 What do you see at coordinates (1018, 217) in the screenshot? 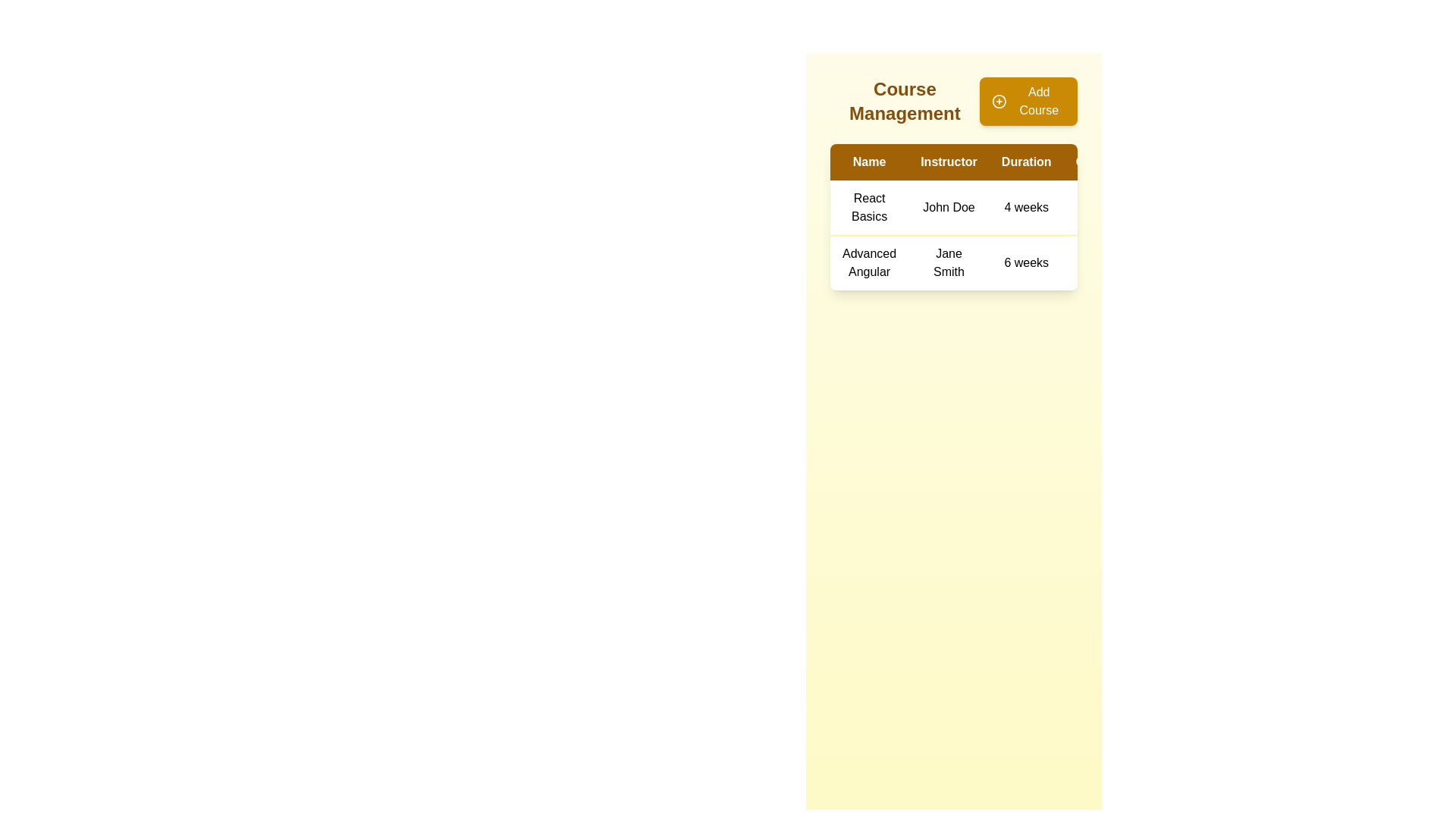
I see `contents of the first row in the course table, which includes details about the course name, instructor, duration, and capacity` at bounding box center [1018, 217].